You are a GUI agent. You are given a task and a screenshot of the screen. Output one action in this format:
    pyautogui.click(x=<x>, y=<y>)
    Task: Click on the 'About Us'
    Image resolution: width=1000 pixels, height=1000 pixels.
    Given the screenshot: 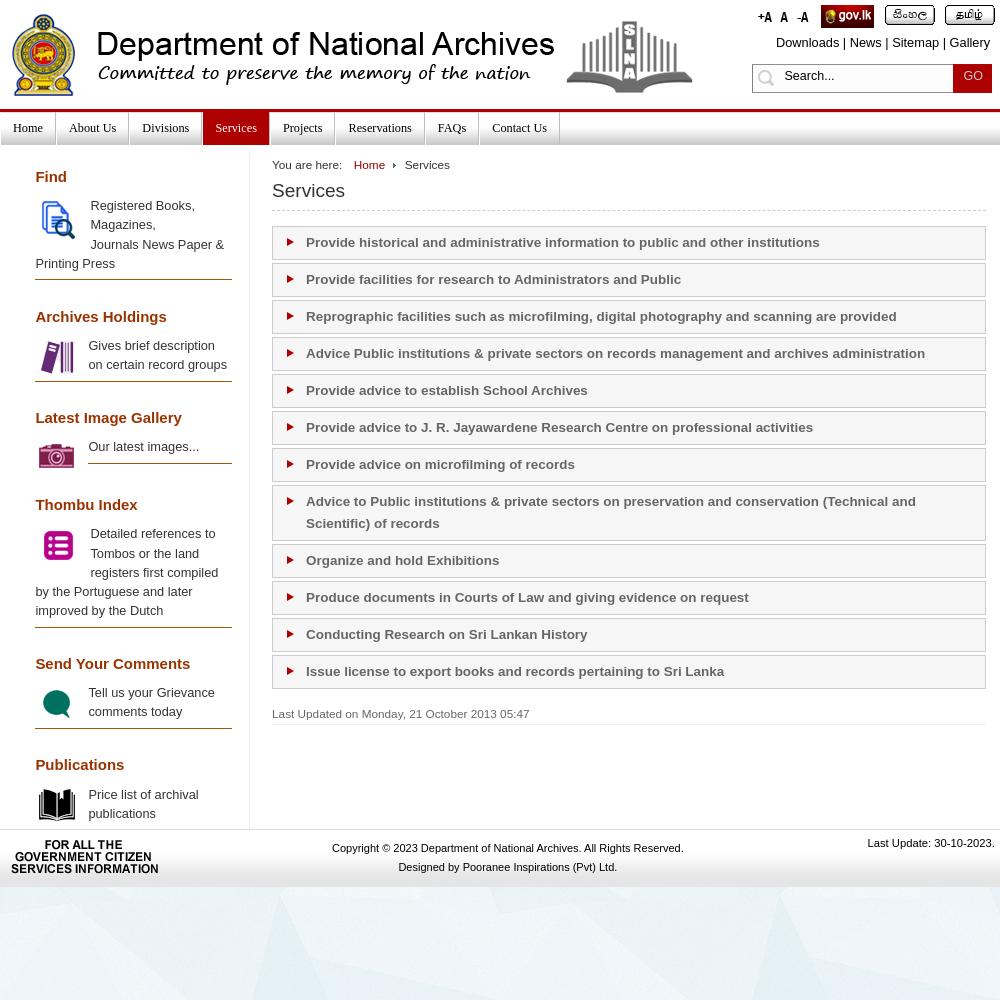 What is the action you would take?
    pyautogui.click(x=91, y=128)
    